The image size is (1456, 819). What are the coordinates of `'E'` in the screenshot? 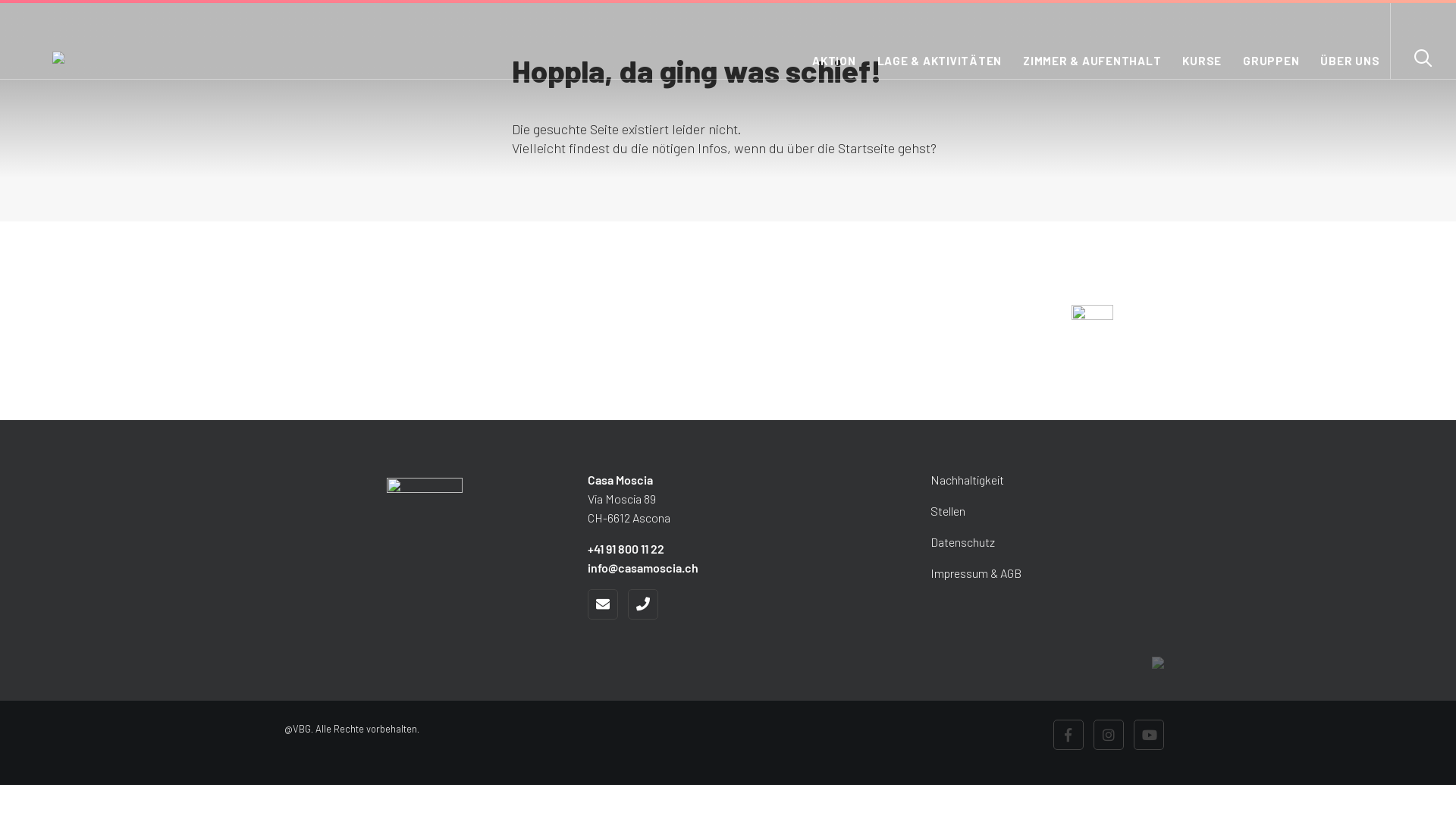 It's located at (602, 604).